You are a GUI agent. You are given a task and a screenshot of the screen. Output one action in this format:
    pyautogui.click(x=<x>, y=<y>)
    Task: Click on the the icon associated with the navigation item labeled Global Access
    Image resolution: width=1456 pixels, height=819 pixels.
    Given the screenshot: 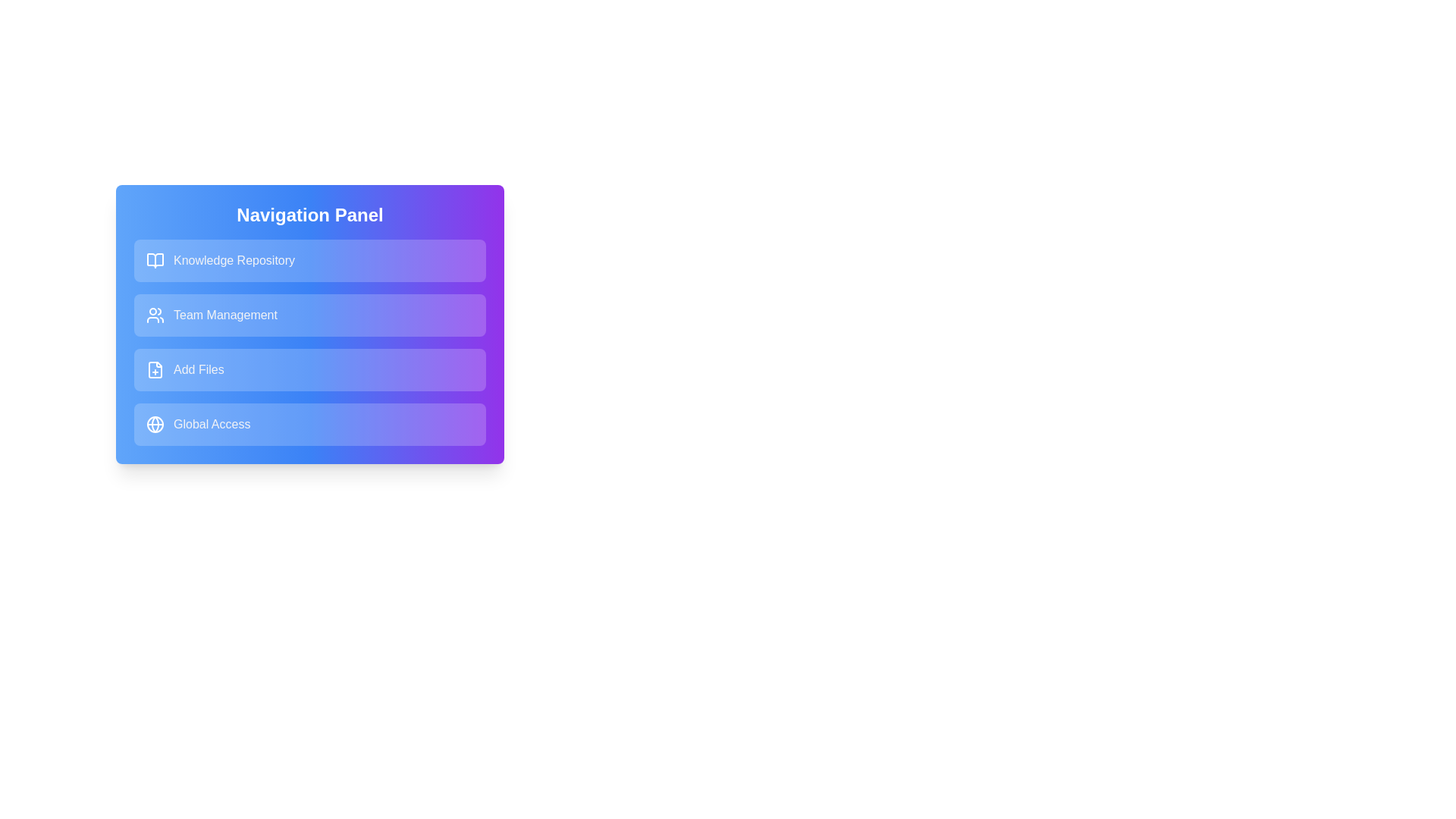 What is the action you would take?
    pyautogui.click(x=155, y=424)
    